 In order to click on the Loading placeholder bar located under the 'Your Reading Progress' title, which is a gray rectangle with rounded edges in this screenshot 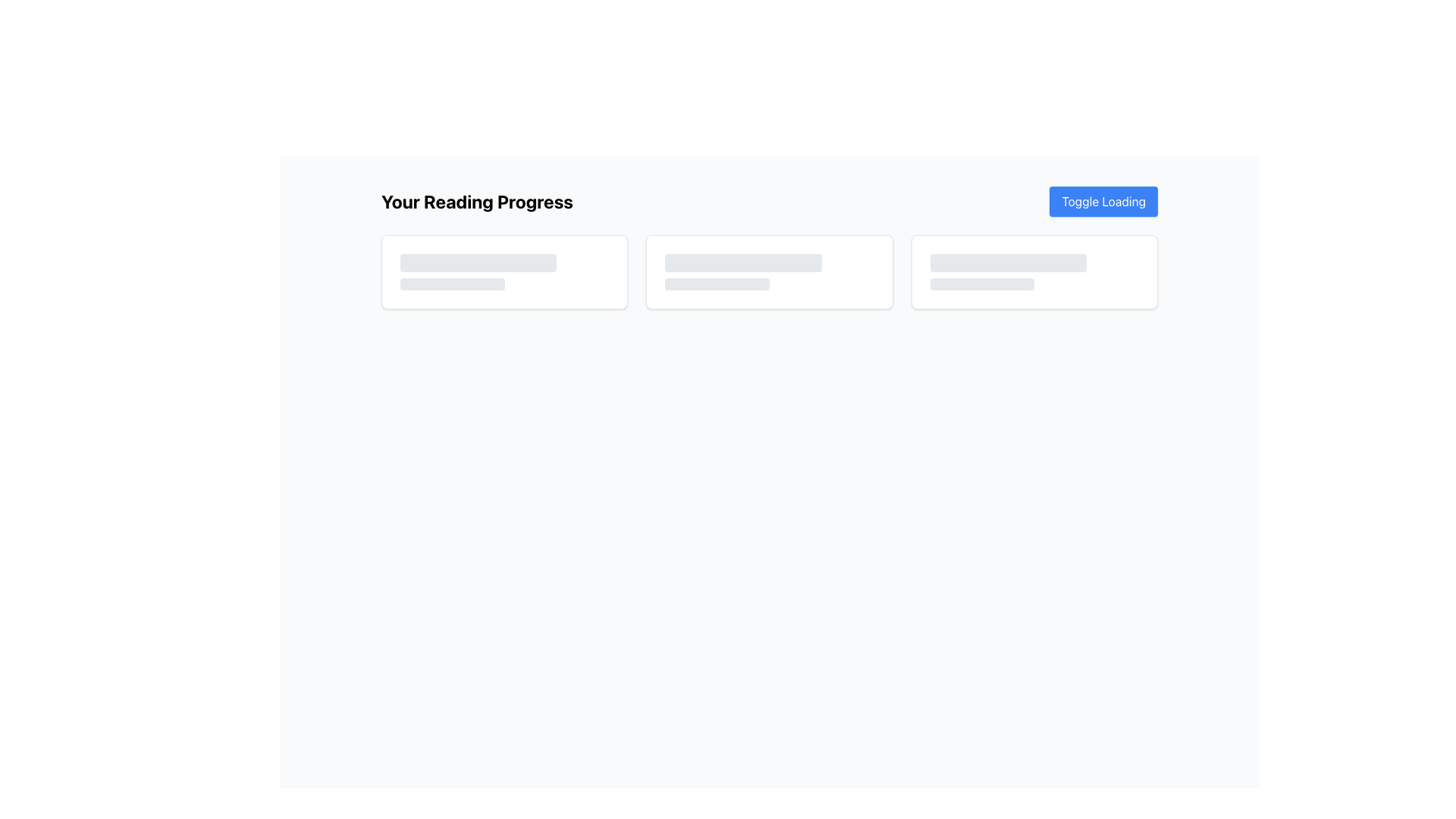, I will do `click(451, 284)`.